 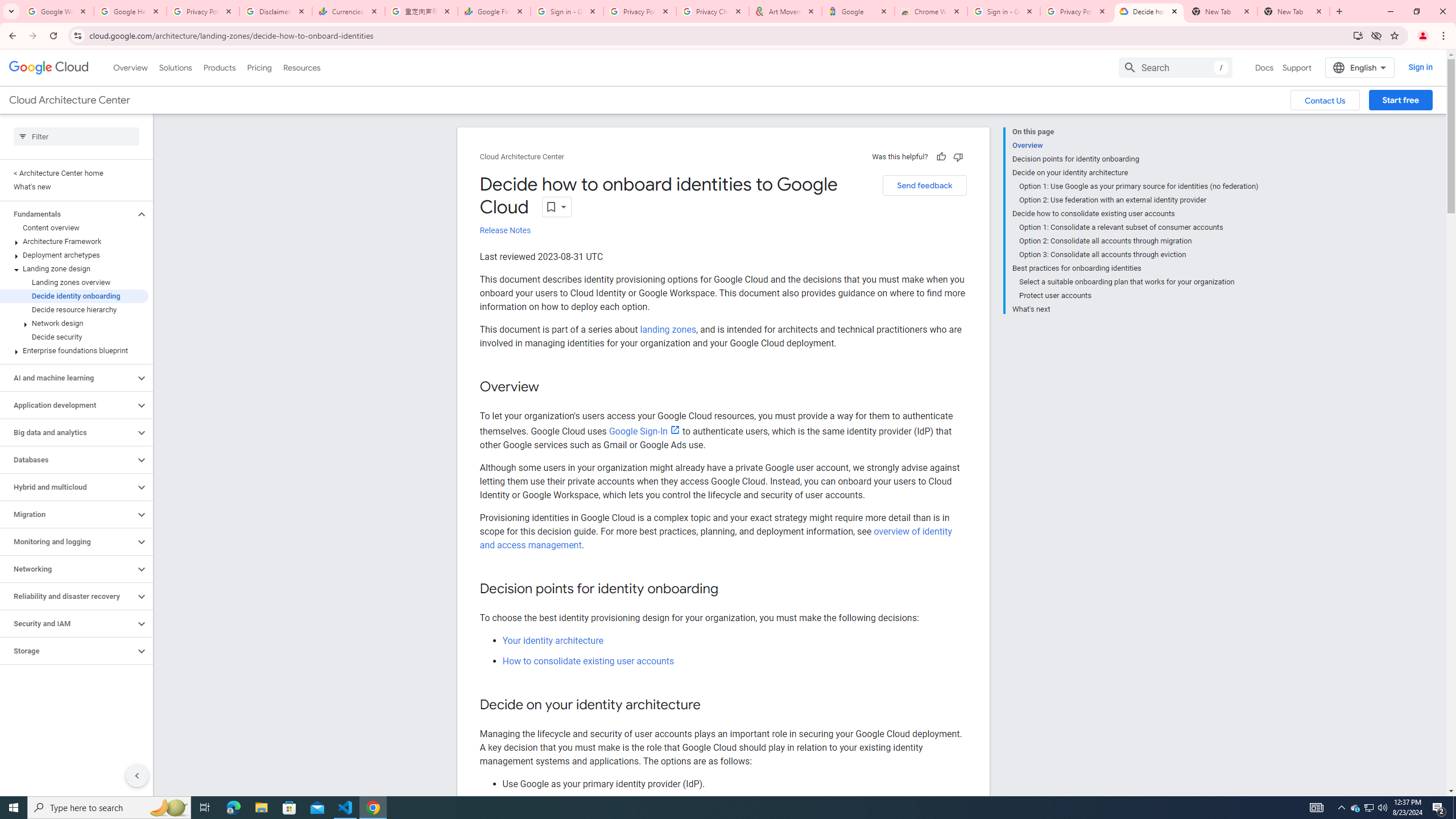 I want to click on 'Best practices for onboarding identities', so click(x=1134, y=268).